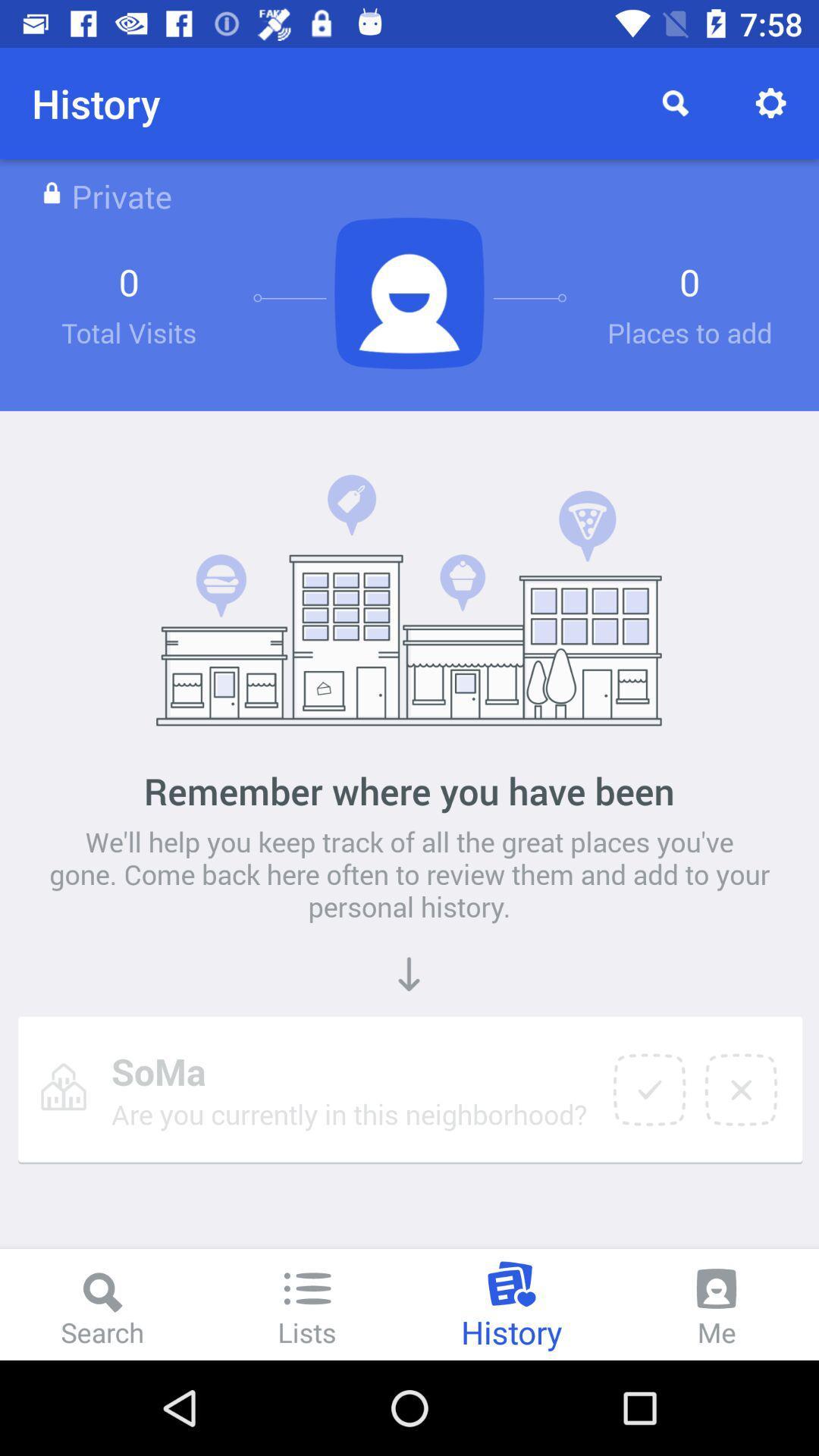  I want to click on the icon to the right of the are you currently, so click(648, 1089).